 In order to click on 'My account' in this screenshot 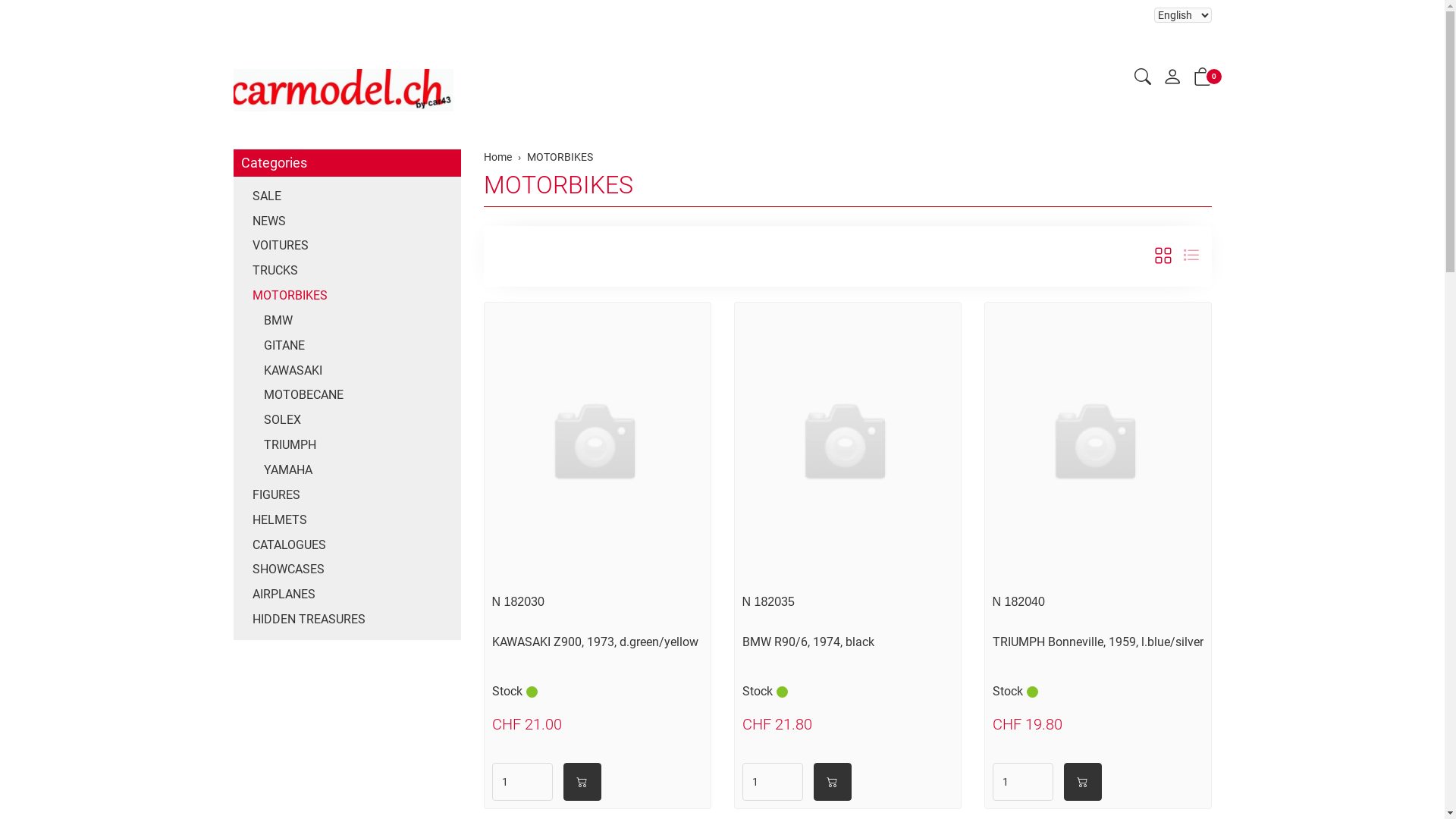, I will do `click(1171, 80)`.